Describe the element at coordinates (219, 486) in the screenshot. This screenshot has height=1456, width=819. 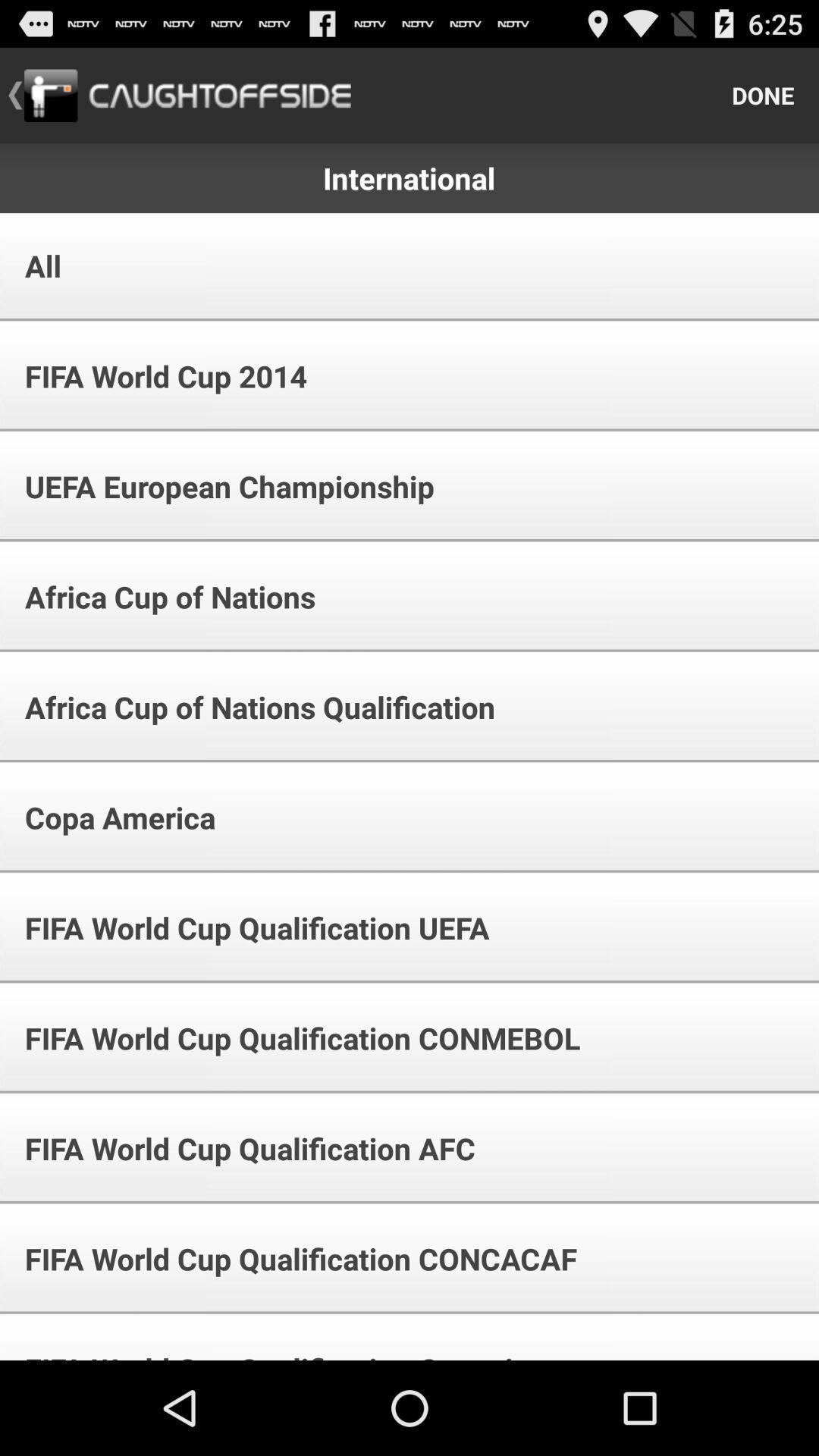
I see `the uefa european championship app` at that location.